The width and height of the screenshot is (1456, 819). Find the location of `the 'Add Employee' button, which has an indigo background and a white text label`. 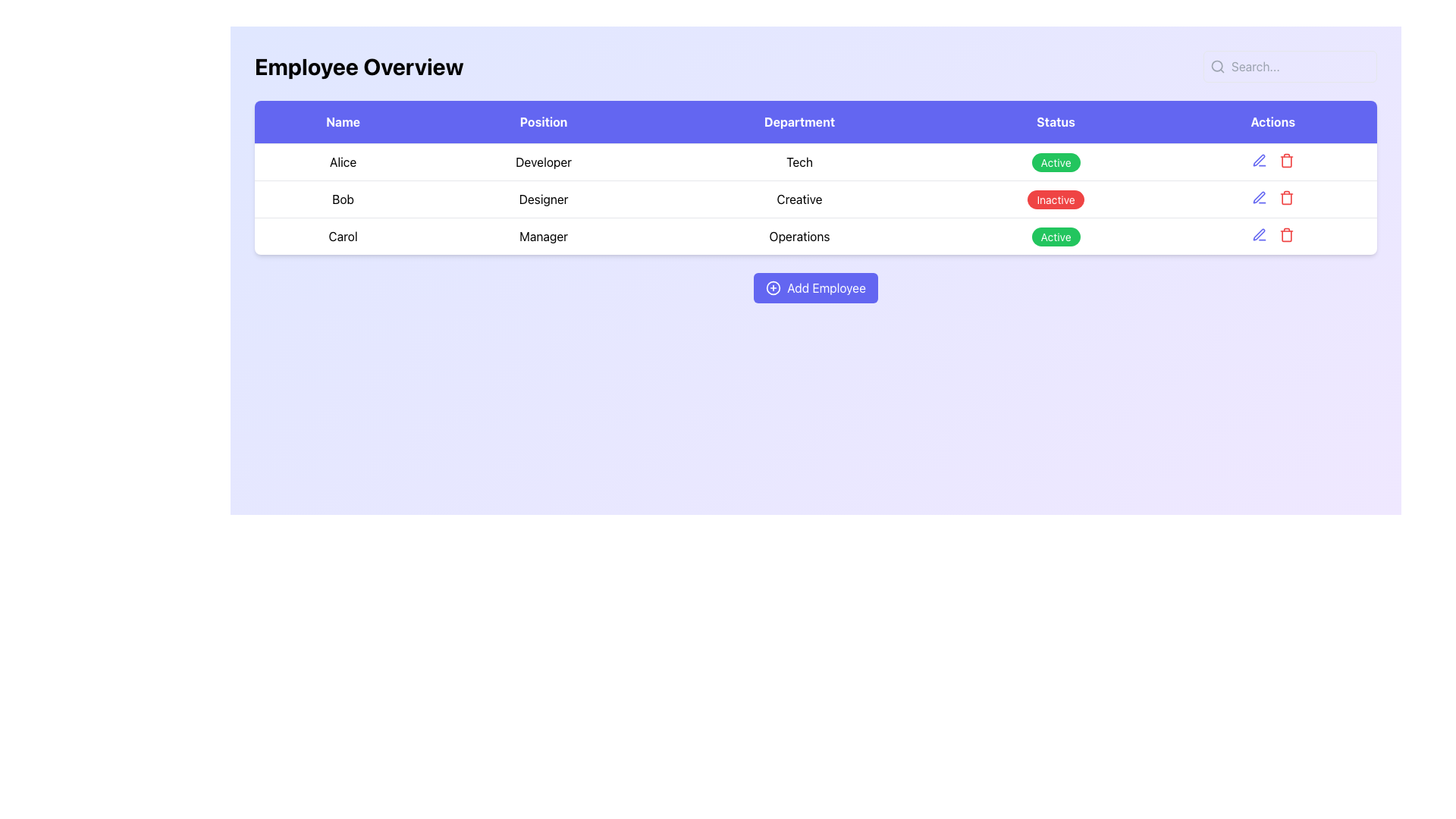

the 'Add Employee' button, which has an indigo background and a white text label is located at coordinates (814, 288).